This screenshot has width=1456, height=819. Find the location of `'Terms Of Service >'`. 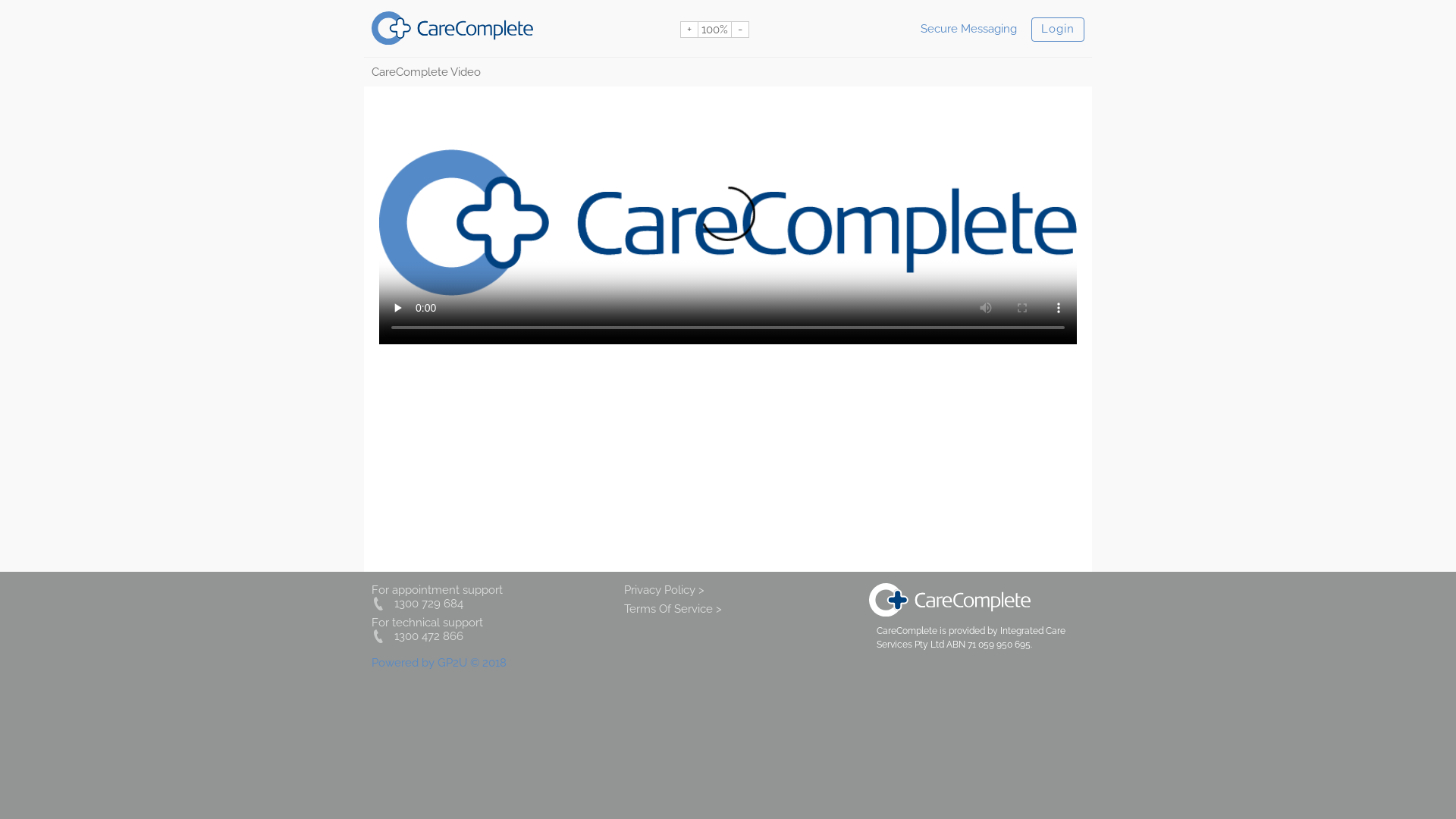

'Terms Of Service >' is located at coordinates (623, 607).